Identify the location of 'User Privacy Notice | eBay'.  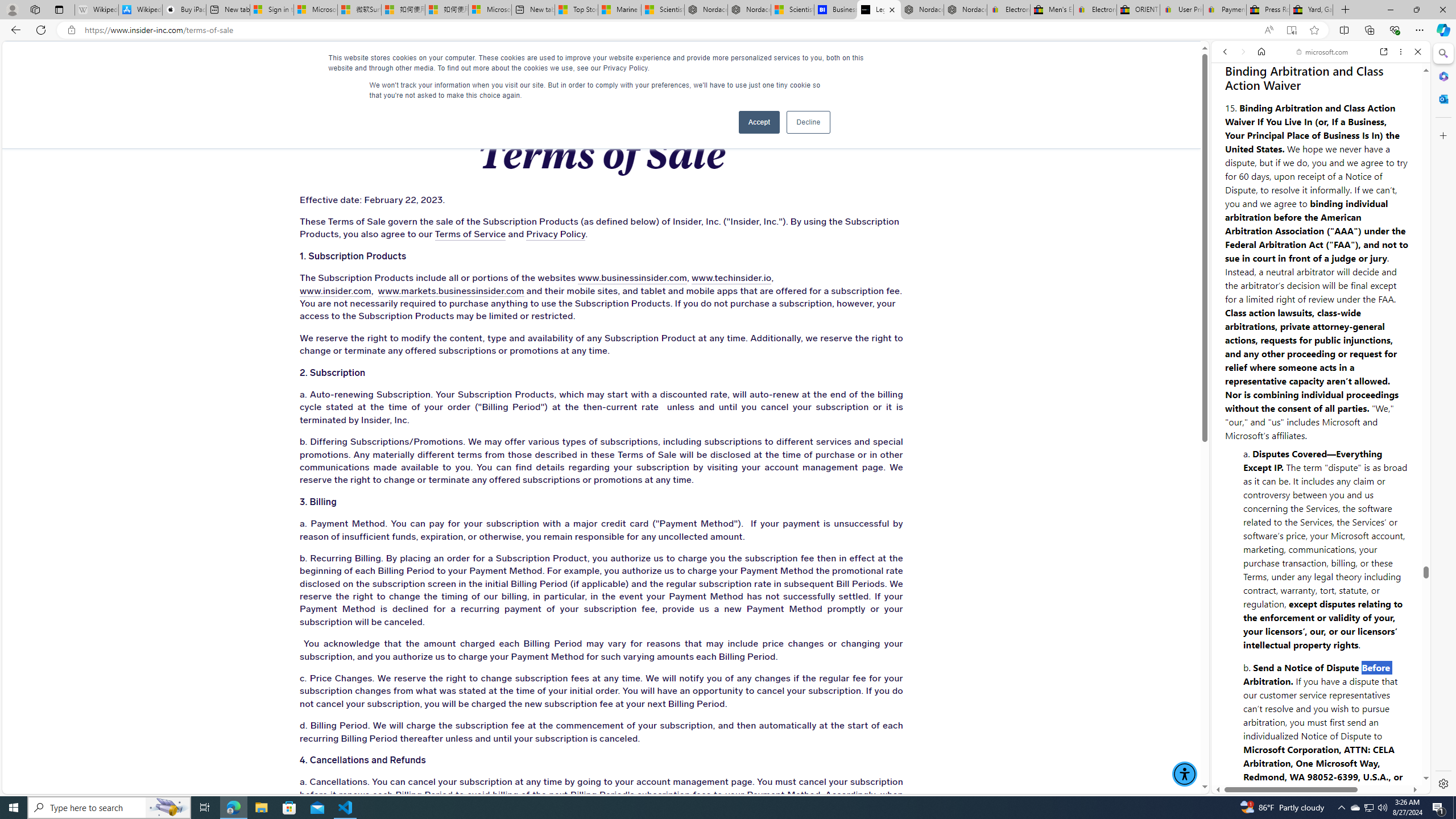
(1181, 9).